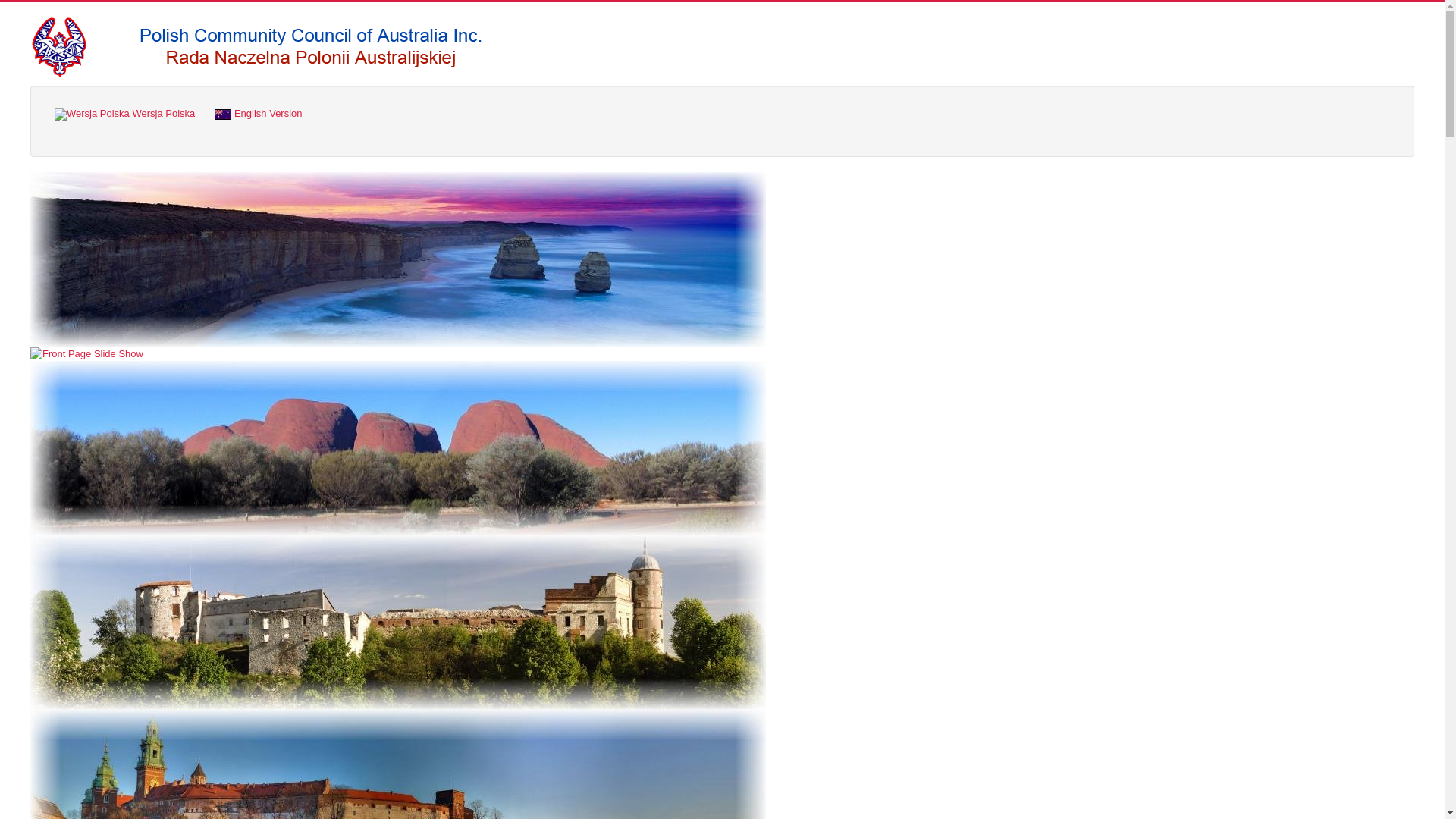 The image size is (1456, 819). I want to click on 'English Version', so click(258, 113).